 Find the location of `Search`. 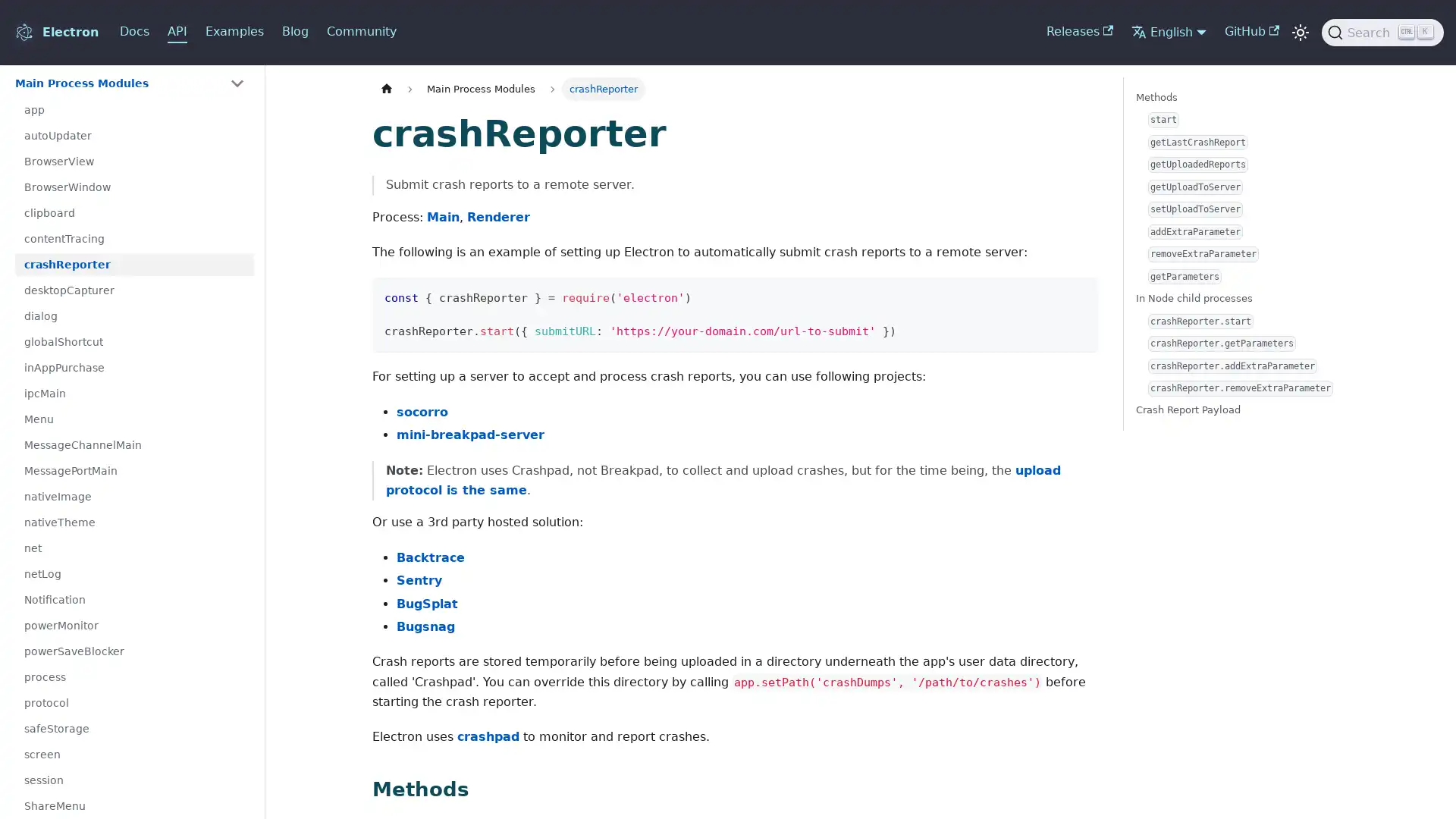

Search is located at coordinates (1382, 32).